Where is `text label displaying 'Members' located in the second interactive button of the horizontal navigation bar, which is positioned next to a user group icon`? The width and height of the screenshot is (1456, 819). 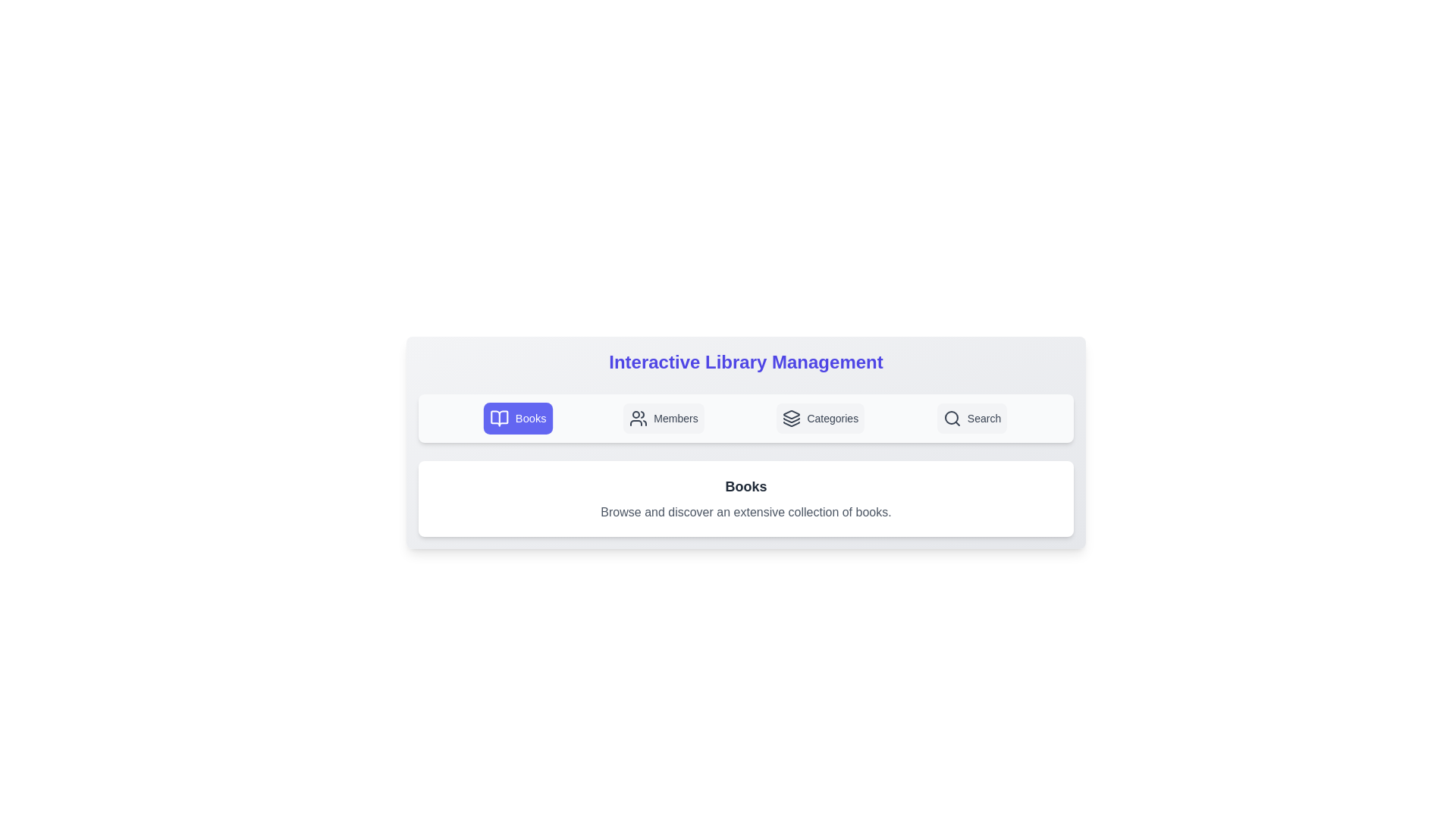 text label displaying 'Members' located in the second interactive button of the horizontal navigation bar, which is positioned next to a user group icon is located at coordinates (675, 418).